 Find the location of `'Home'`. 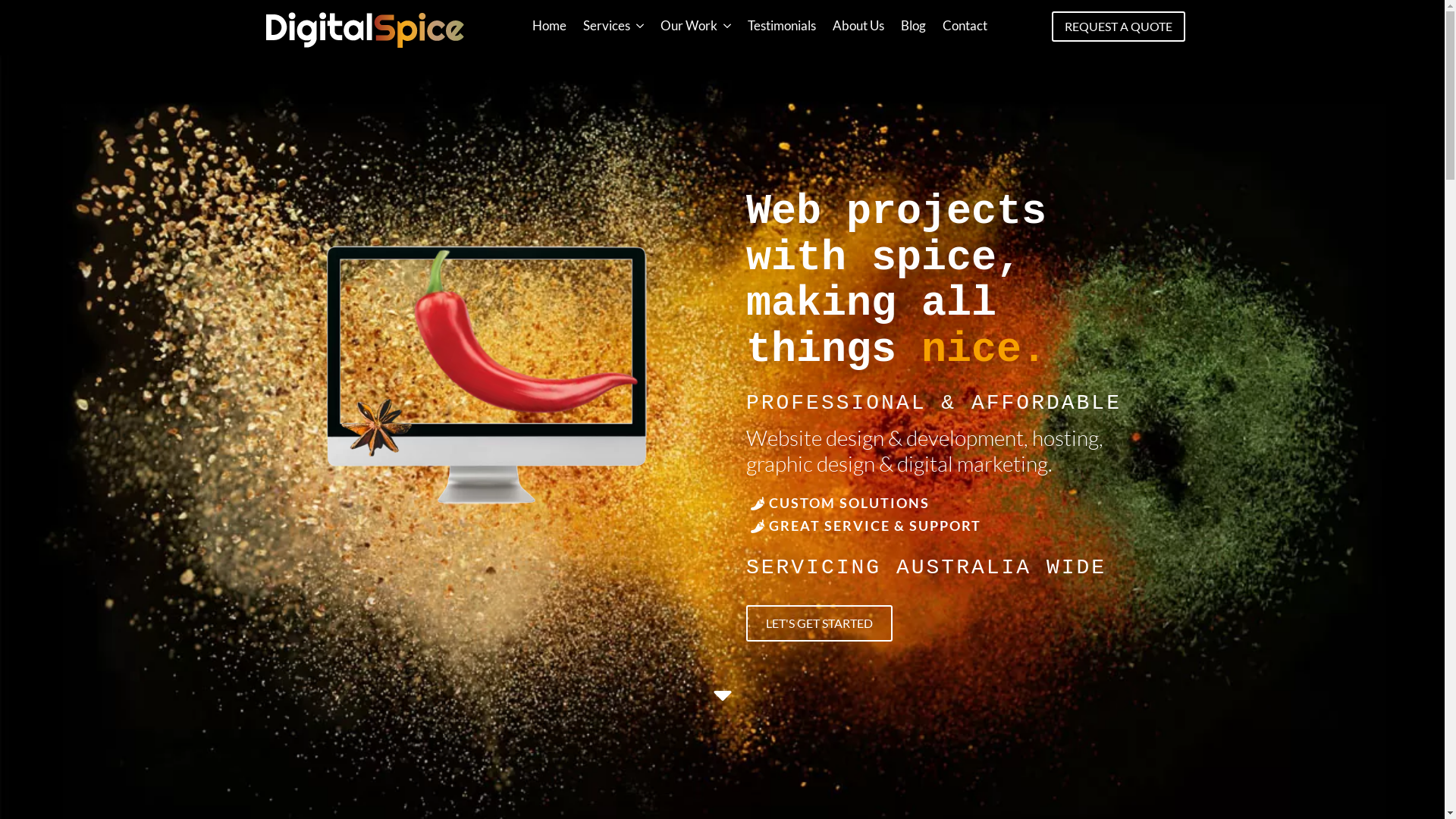

'Home' is located at coordinates (548, 25).